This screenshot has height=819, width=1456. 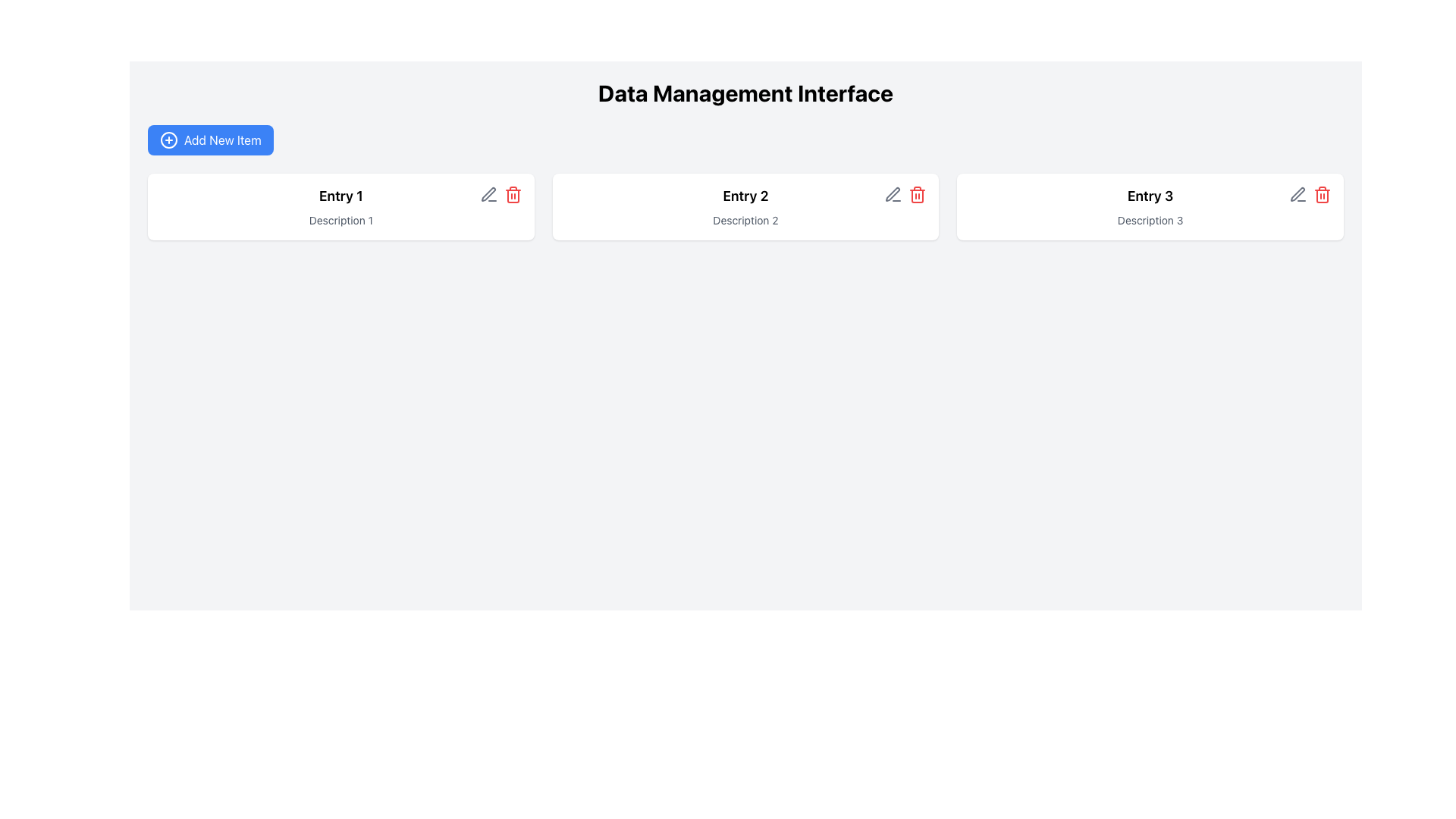 I want to click on the text header labeled 'Data Management Interface', which is large, bold, and centered at the top of the interface, so click(x=745, y=93).